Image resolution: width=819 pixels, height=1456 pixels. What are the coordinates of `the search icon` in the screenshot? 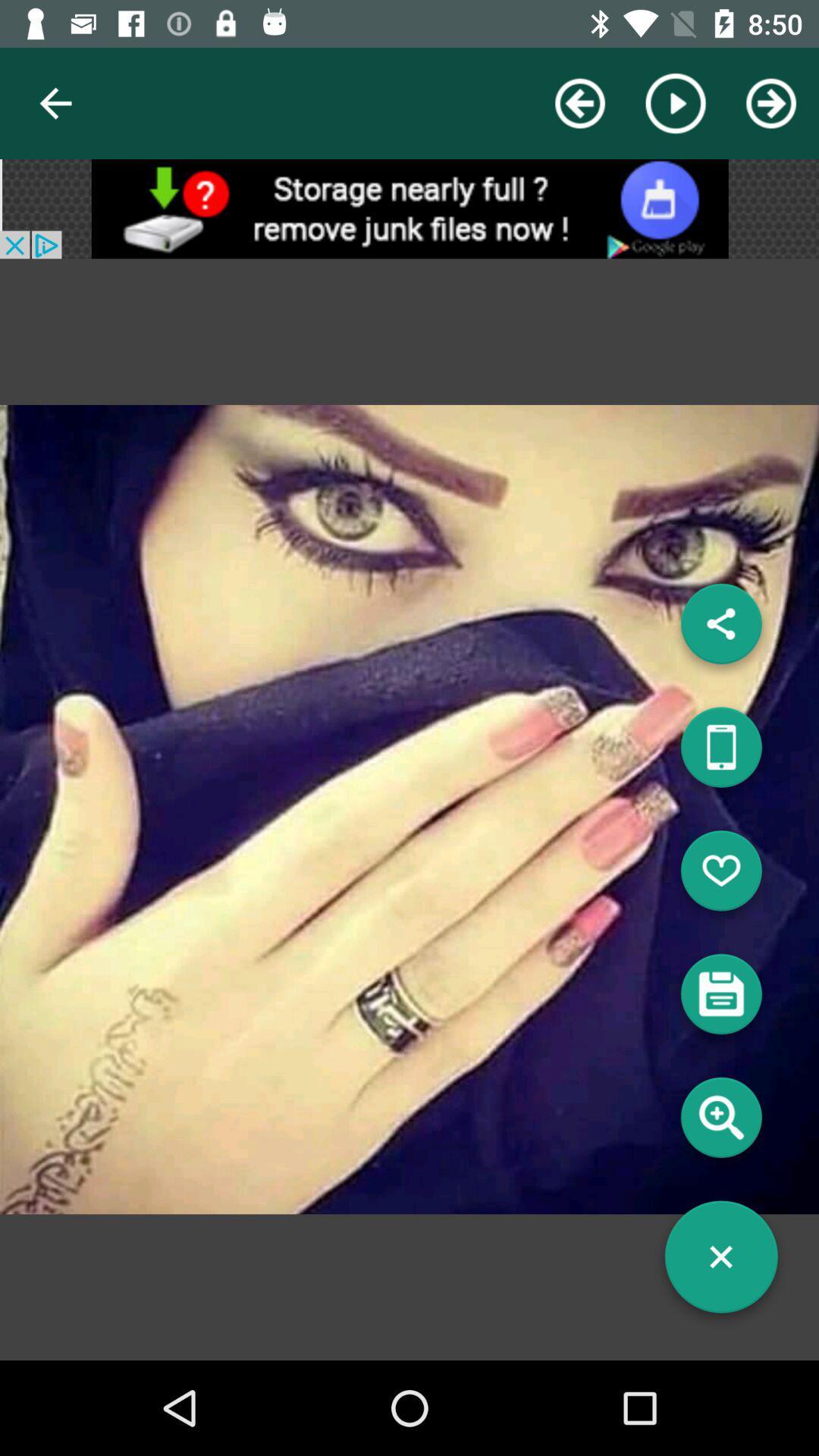 It's located at (720, 1123).